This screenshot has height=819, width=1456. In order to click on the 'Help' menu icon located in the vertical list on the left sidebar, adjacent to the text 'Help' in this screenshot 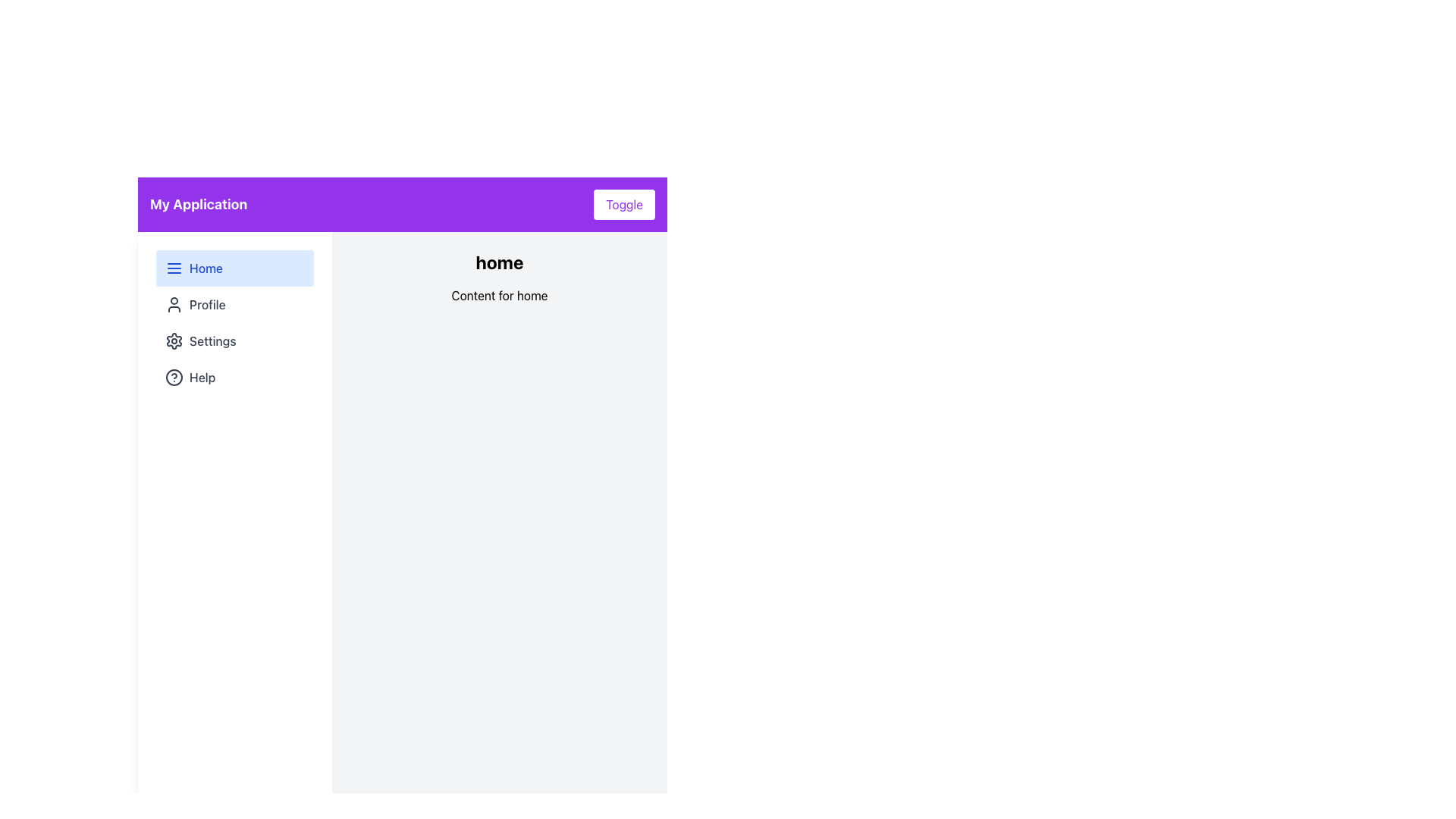, I will do `click(174, 376)`.